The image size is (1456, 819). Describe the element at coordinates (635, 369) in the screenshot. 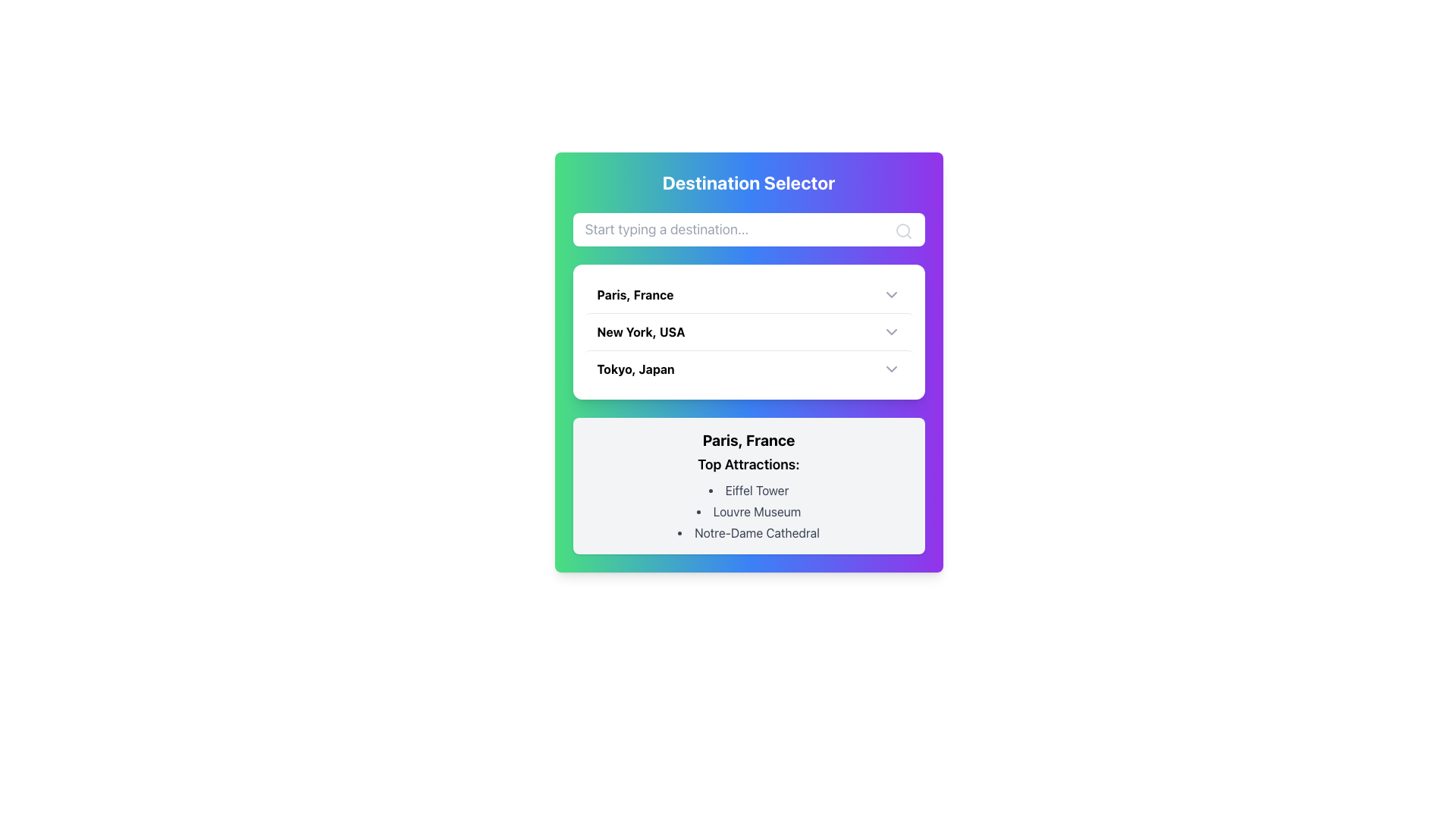

I see `the Text Label representing 'Tokyo, Japan', which is centrally located below 'New York, USA' and above the details for 'Paris, France'` at that location.